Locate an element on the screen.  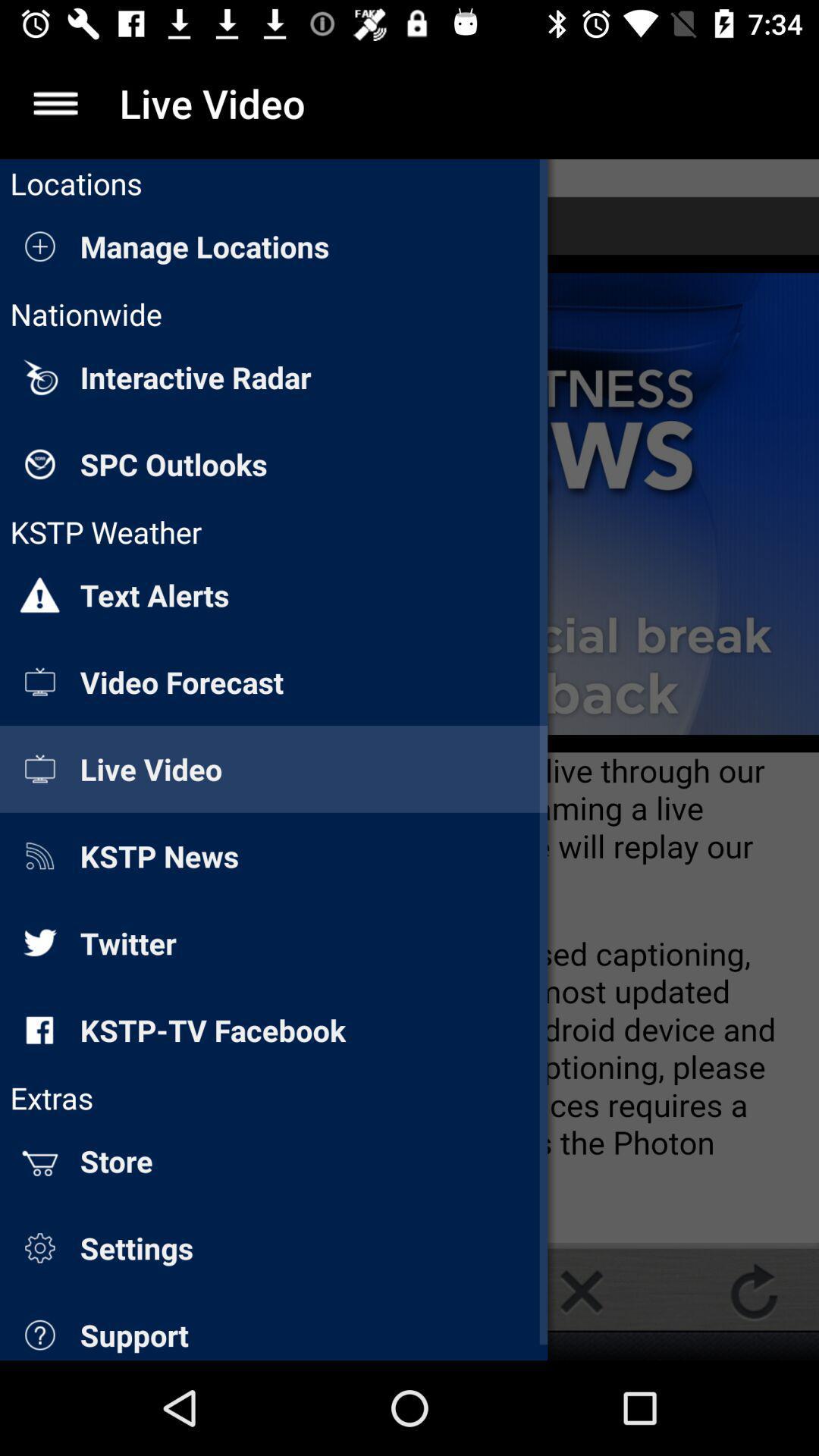
the item to the left of the live video item is located at coordinates (55, 102).